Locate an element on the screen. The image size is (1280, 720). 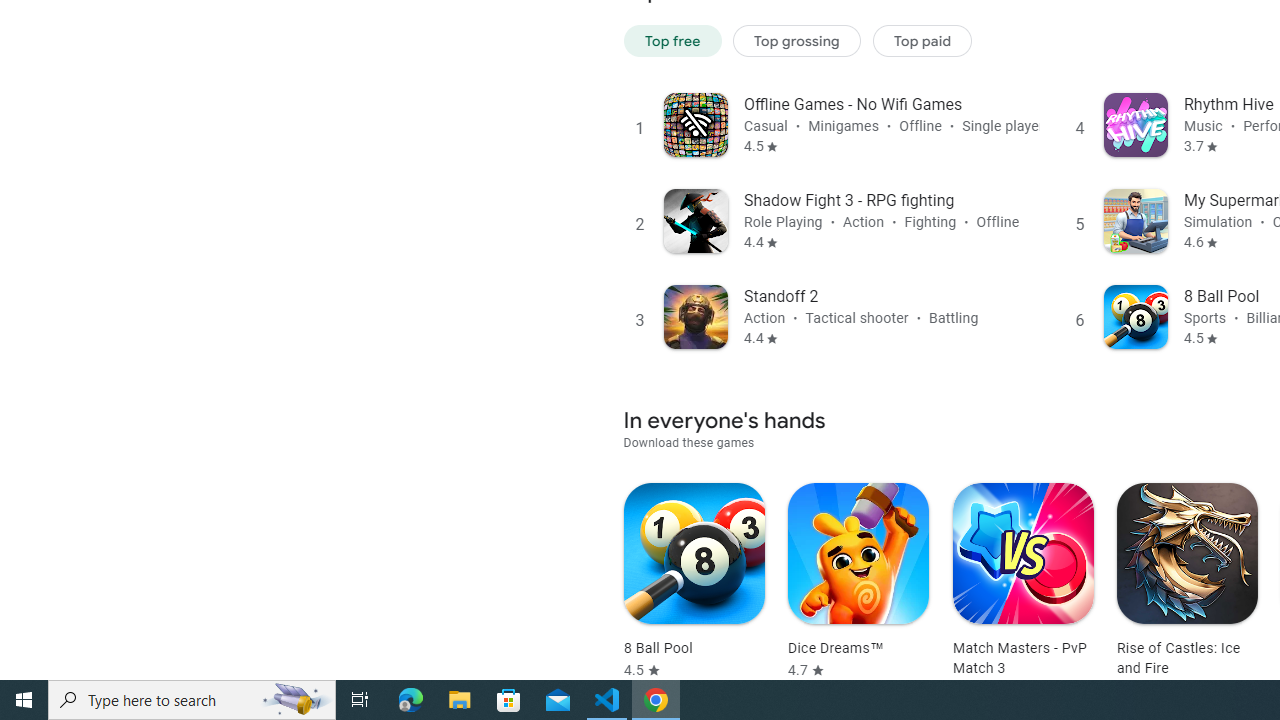
'Top grossing' is located at coordinates (796, 40).